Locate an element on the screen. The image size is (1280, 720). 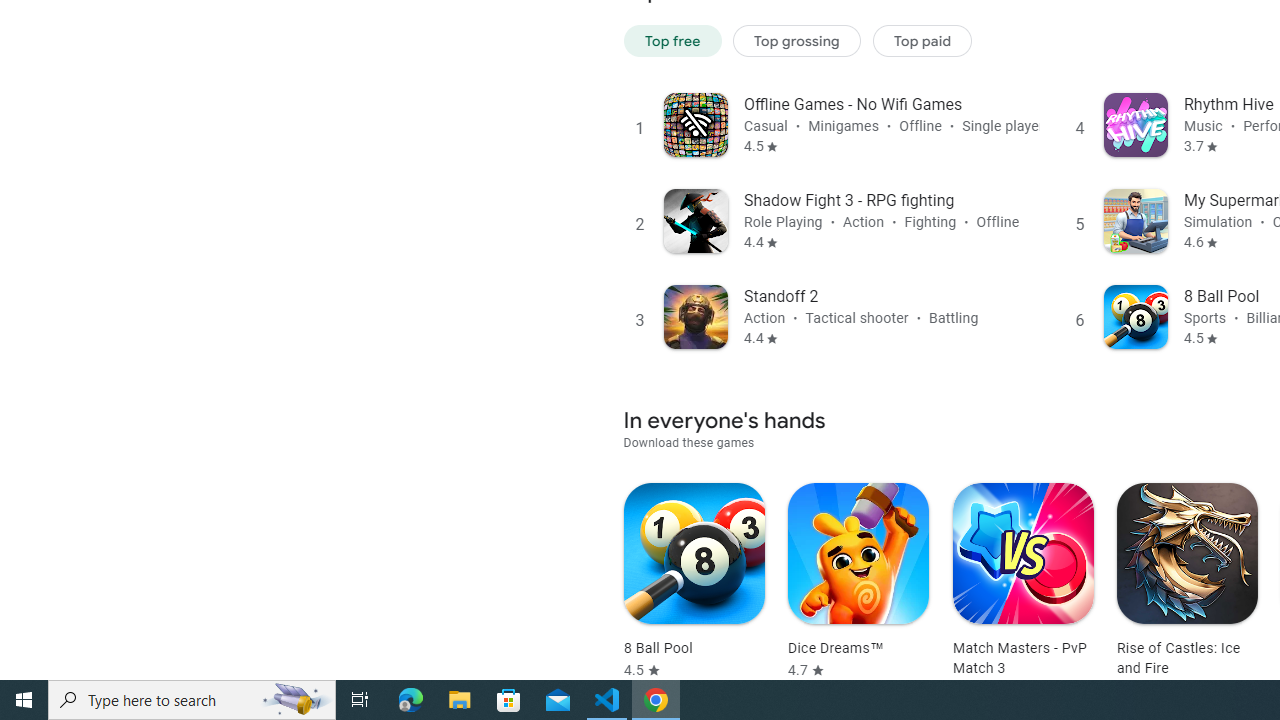
'Top grossing' is located at coordinates (796, 40).